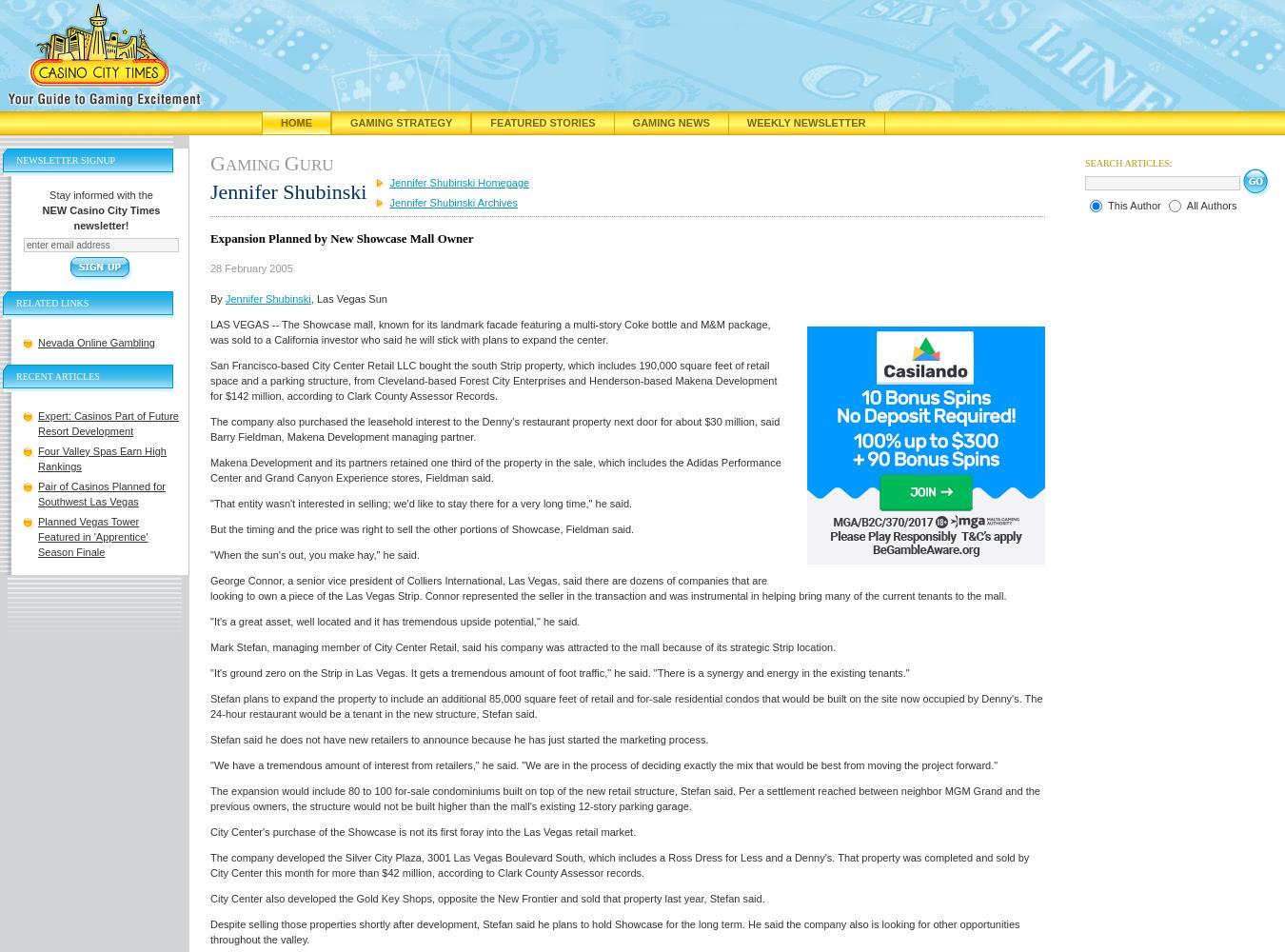  I want to click on ', Las Vegas Sun', so click(309, 297).